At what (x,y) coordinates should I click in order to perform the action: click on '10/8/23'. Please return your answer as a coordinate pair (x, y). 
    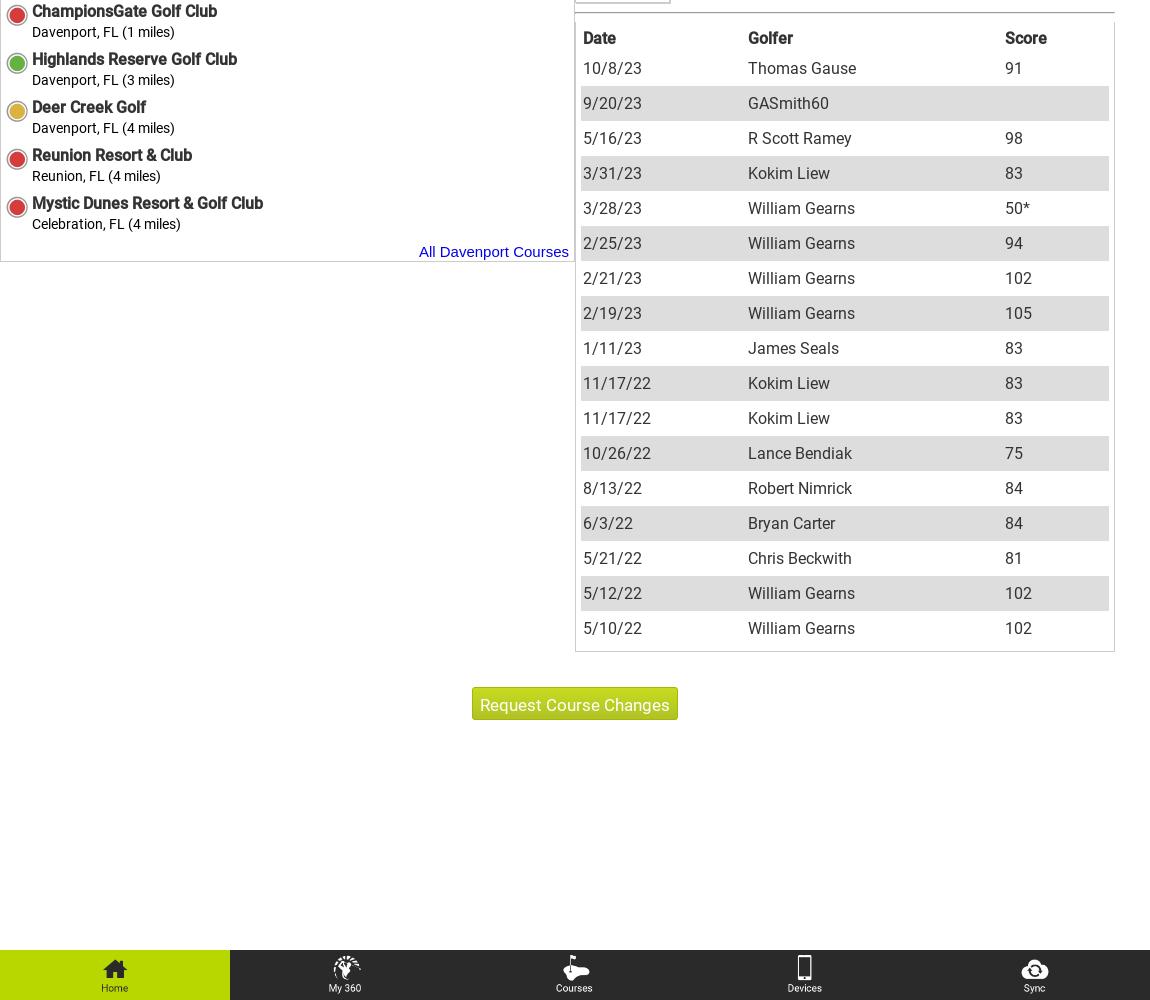
    Looking at the image, I should click on (582, 66).